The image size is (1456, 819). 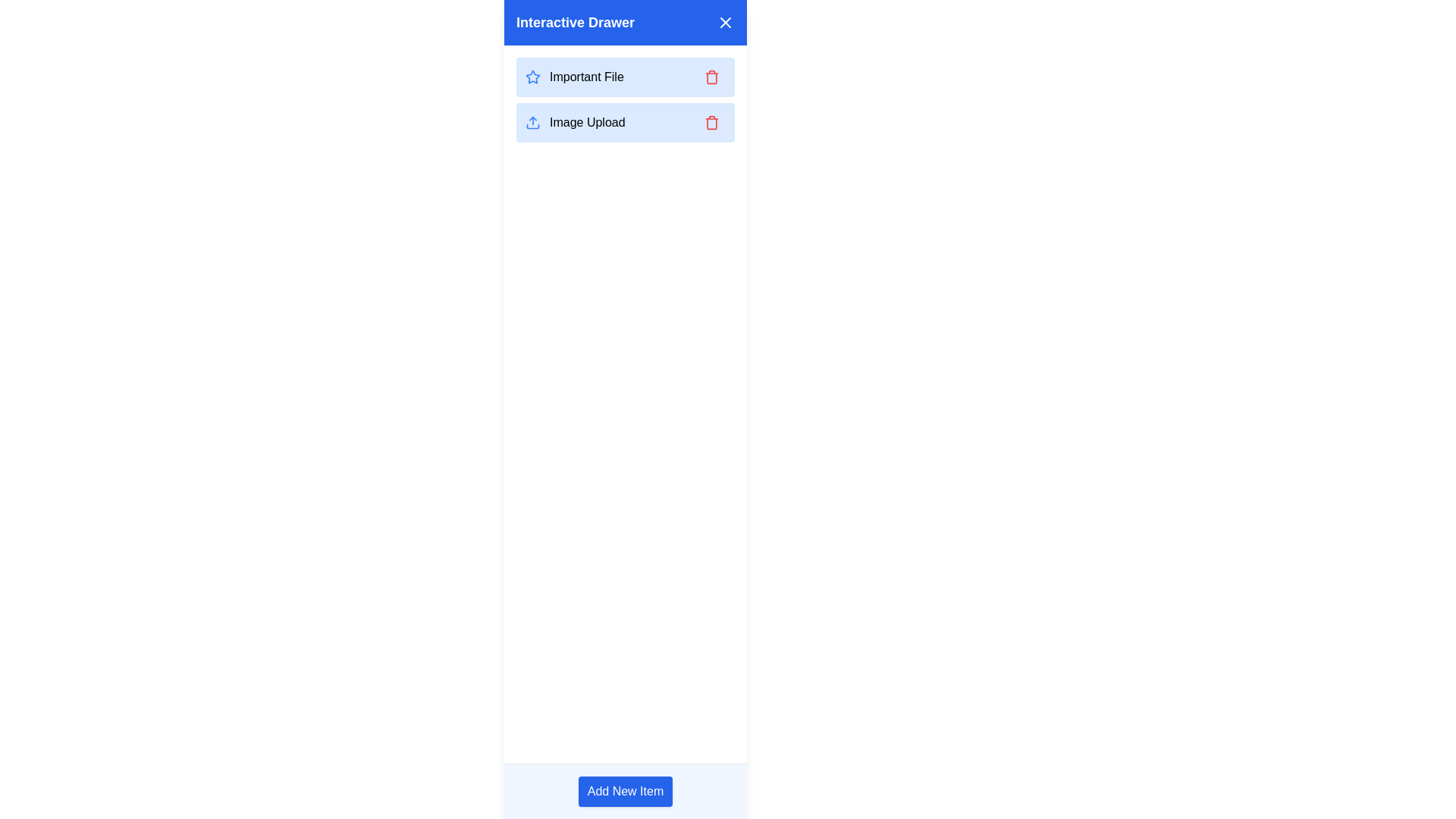 I want to click on the rectangular blue button labeled 'Add New Item' to observe the style change when hovered, so click(x=626, y=791).